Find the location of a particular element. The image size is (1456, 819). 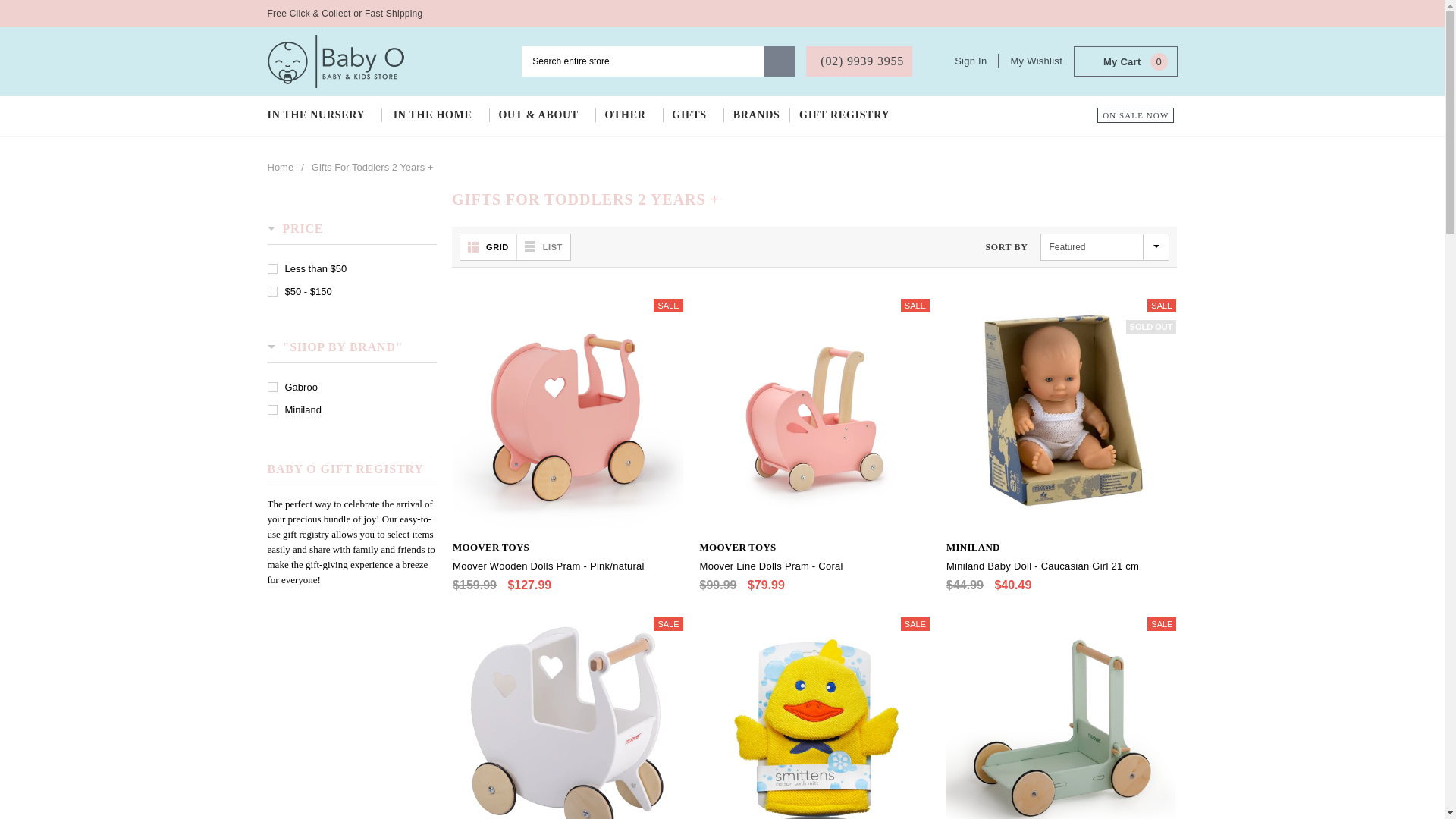

'Featured' is located at coordinates (1105, 246).